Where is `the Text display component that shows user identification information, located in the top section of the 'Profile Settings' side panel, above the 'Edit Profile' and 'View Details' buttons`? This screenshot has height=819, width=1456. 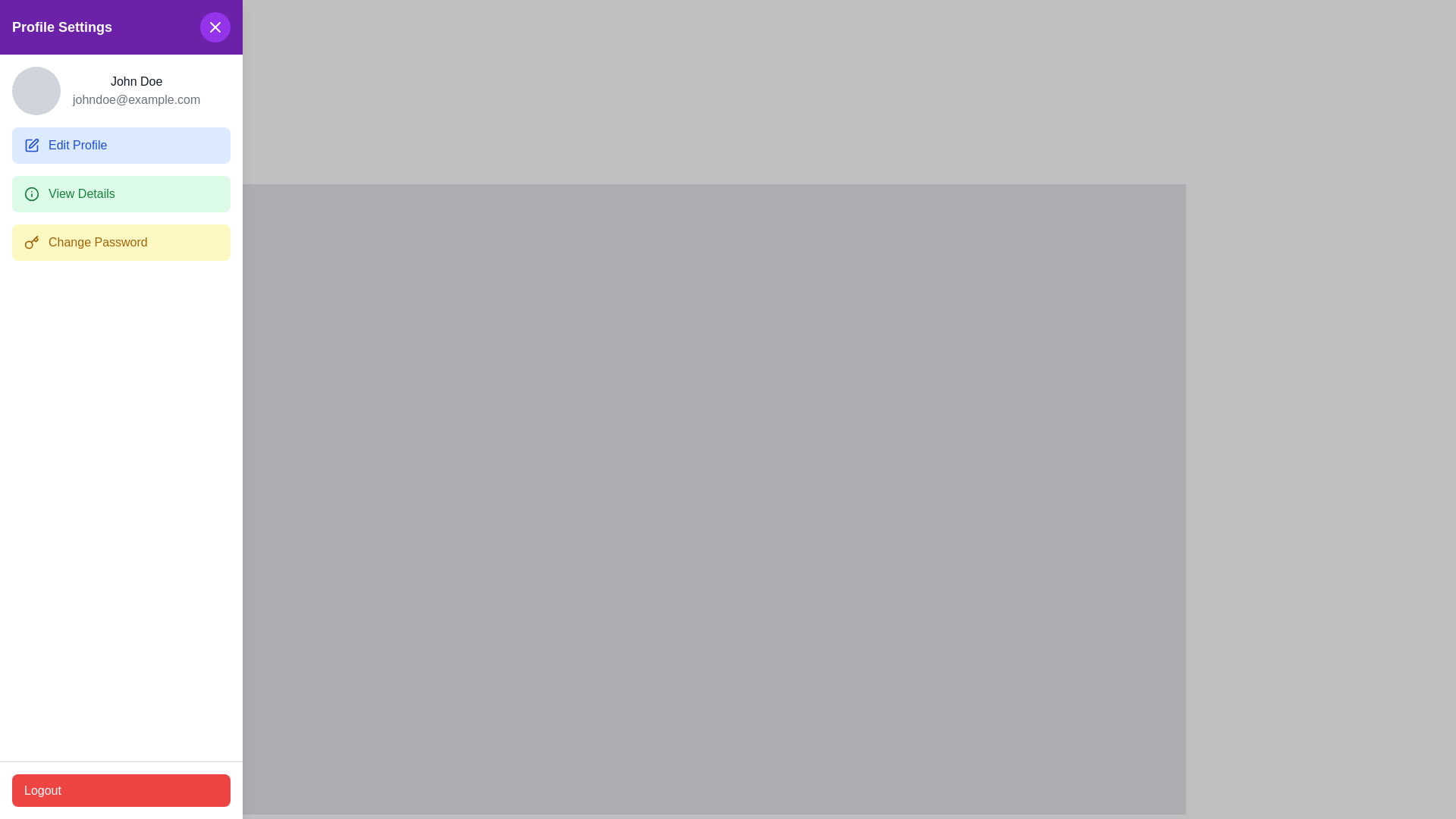 the Text display component that shows user identification information, located in the top section of the 'Profile Settings' side panel, above the 'Edit Profile' and 'View Details' buttons is located at coordinates (136, 90).